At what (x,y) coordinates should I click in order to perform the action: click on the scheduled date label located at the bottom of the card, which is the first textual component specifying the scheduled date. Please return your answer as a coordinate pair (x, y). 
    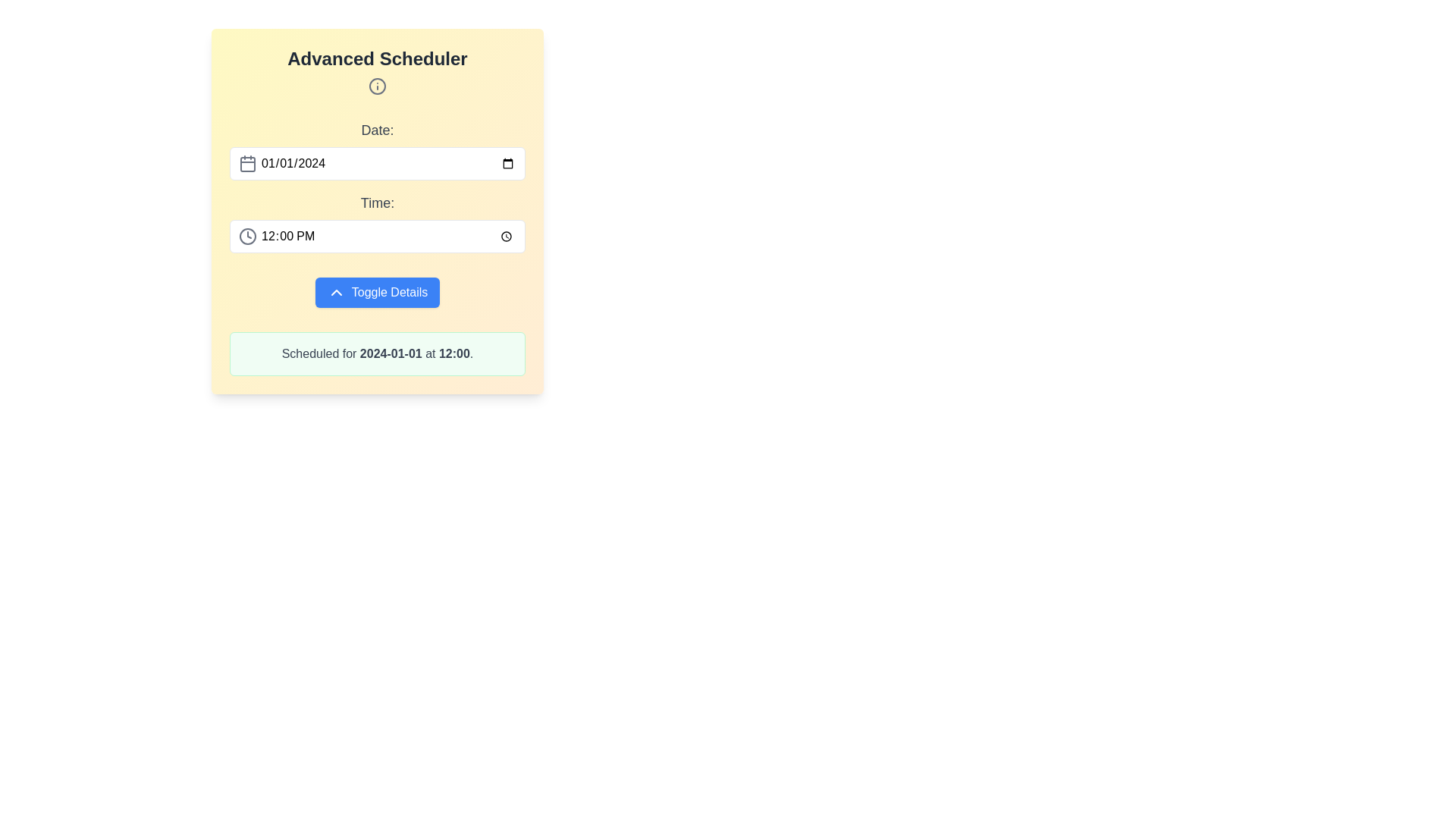
    Looking at the image, I should click on (391, 353).